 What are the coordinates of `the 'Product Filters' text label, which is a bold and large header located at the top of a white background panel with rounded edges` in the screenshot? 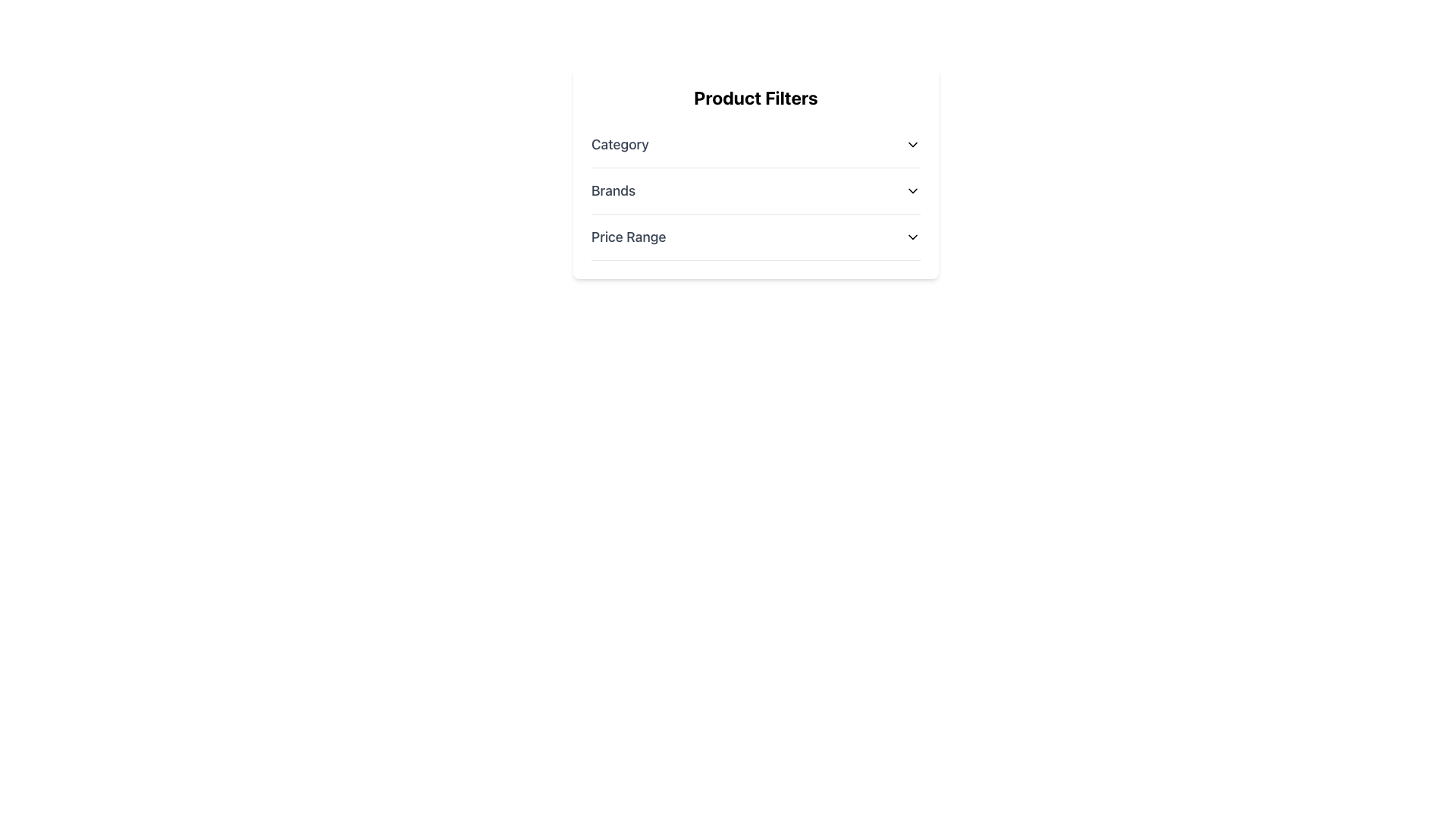 It's located at (756, 97).